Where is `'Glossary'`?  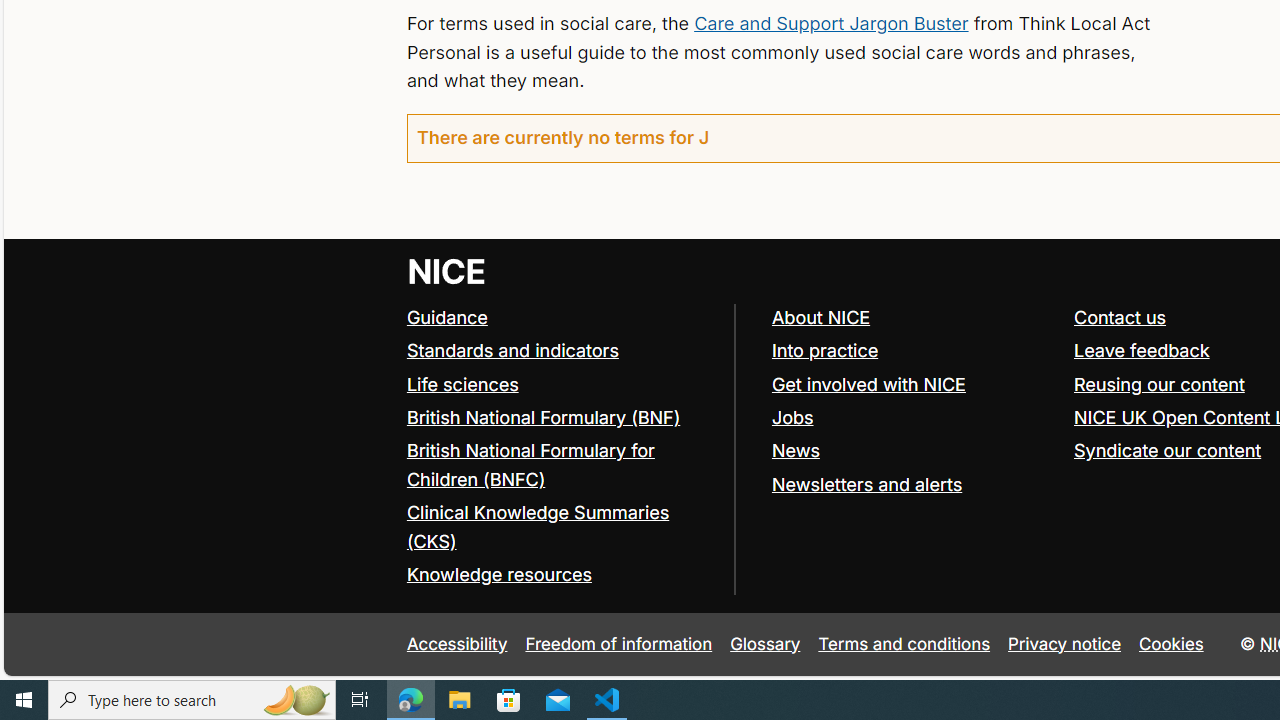
'Glossary' is located at coordinates (764, 644).